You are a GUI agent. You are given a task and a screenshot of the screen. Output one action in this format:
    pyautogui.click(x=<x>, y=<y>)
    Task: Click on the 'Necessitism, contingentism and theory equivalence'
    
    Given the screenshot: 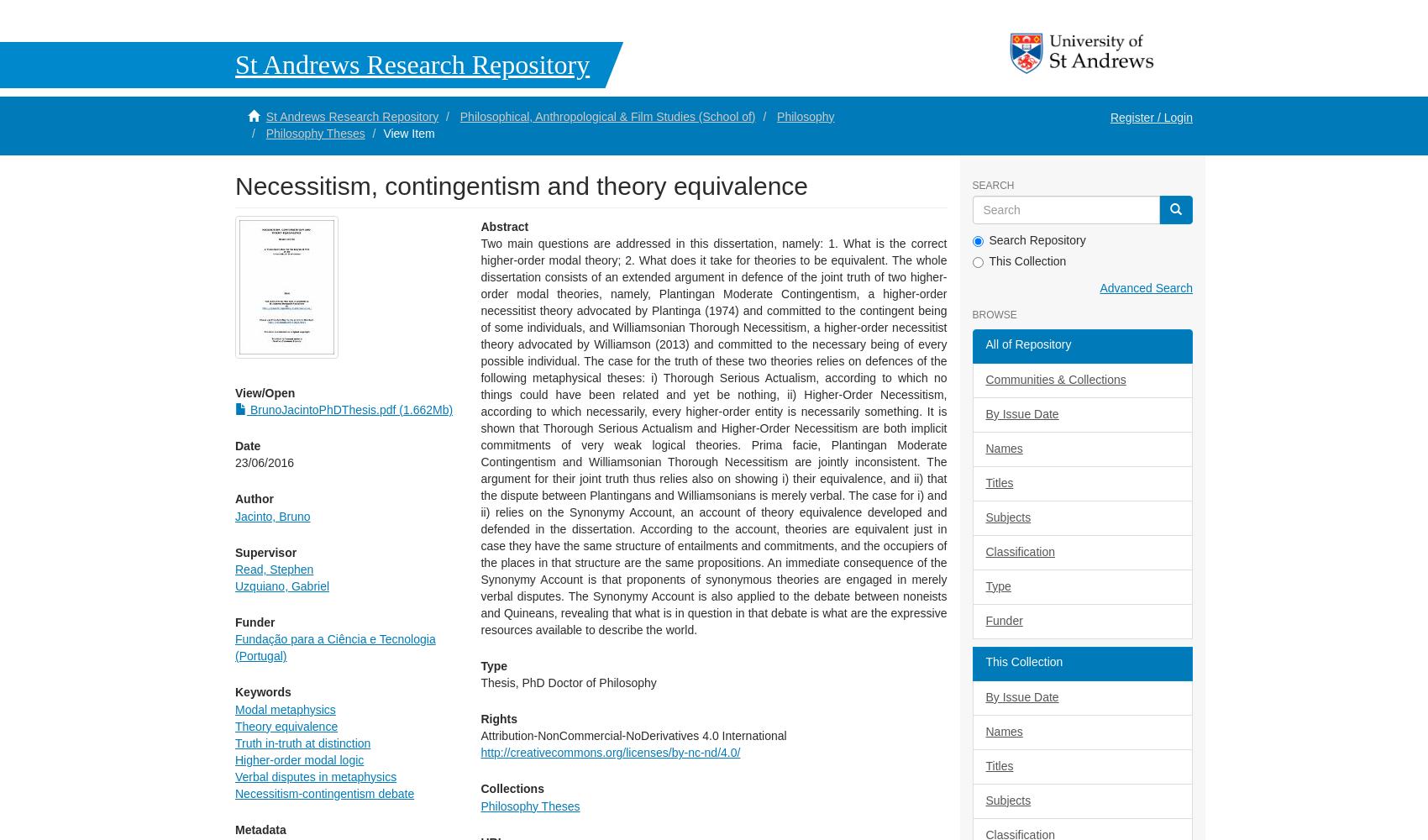 What is the action you would take?
    pyautogui.click(x=521, y=184)
    